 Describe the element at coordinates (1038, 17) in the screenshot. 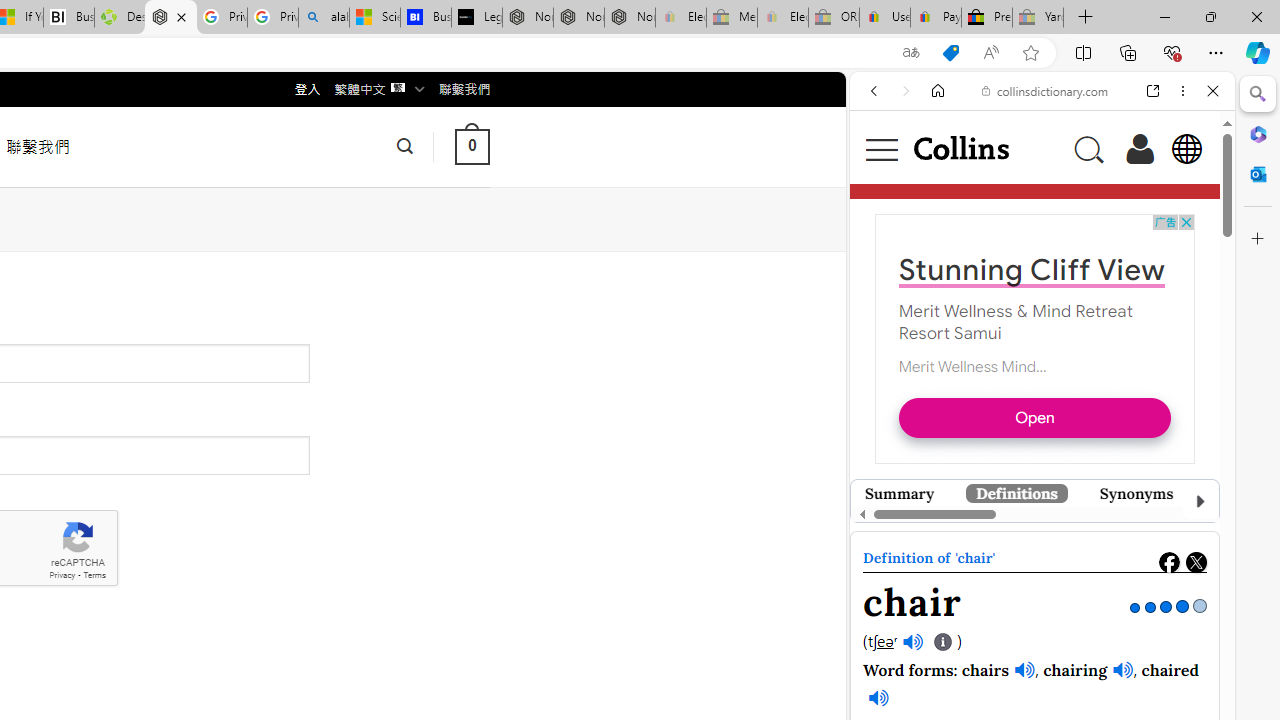

I see `'Yard, Garden & Outdoor Living - Sleeping'` at that location.